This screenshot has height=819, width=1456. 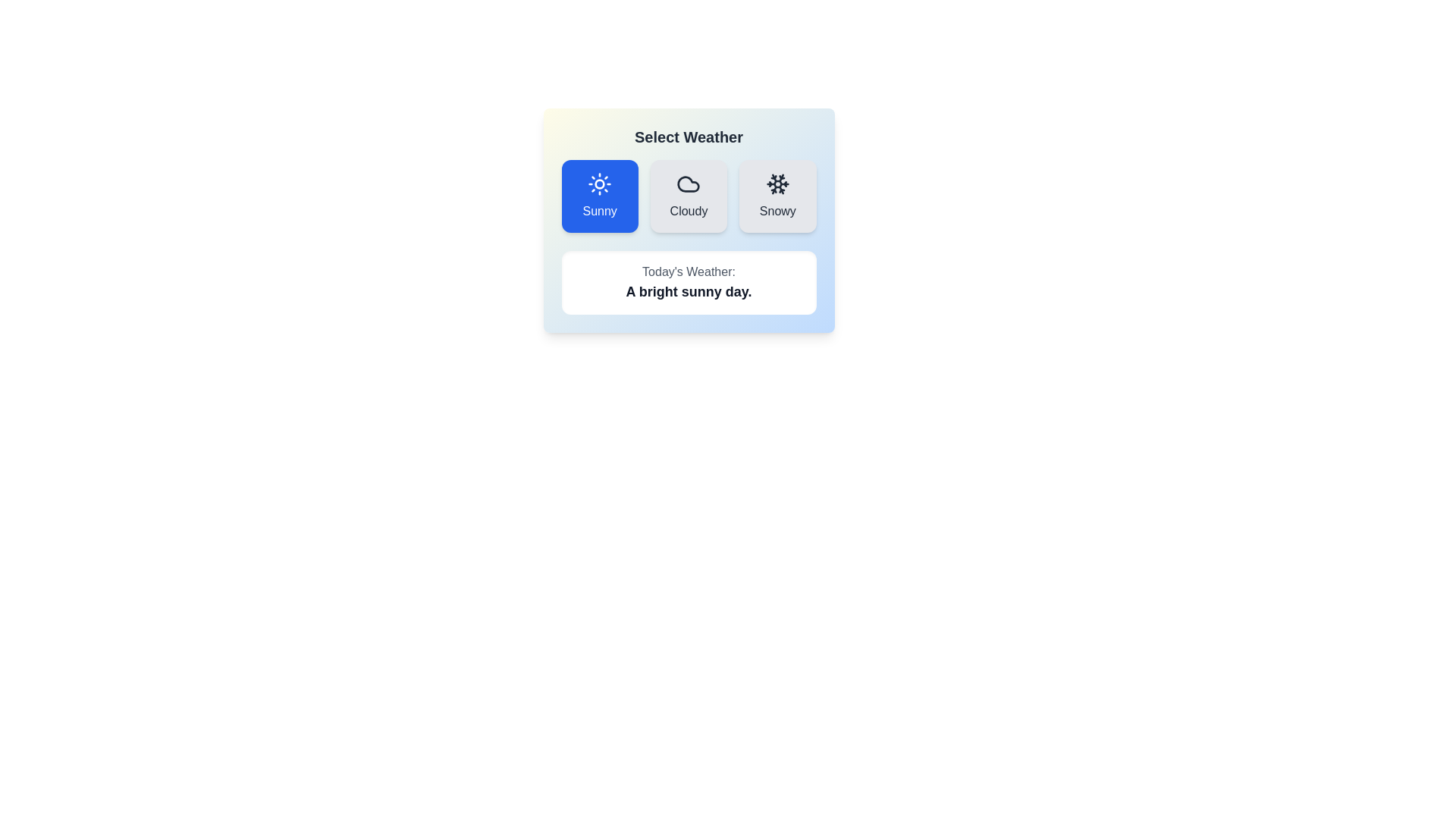 What do you see at coordinates (687, 195) in the screenshot?
I see `the button corresponding to Cloudy to select the desired weather` at bounding box center [687, 195].